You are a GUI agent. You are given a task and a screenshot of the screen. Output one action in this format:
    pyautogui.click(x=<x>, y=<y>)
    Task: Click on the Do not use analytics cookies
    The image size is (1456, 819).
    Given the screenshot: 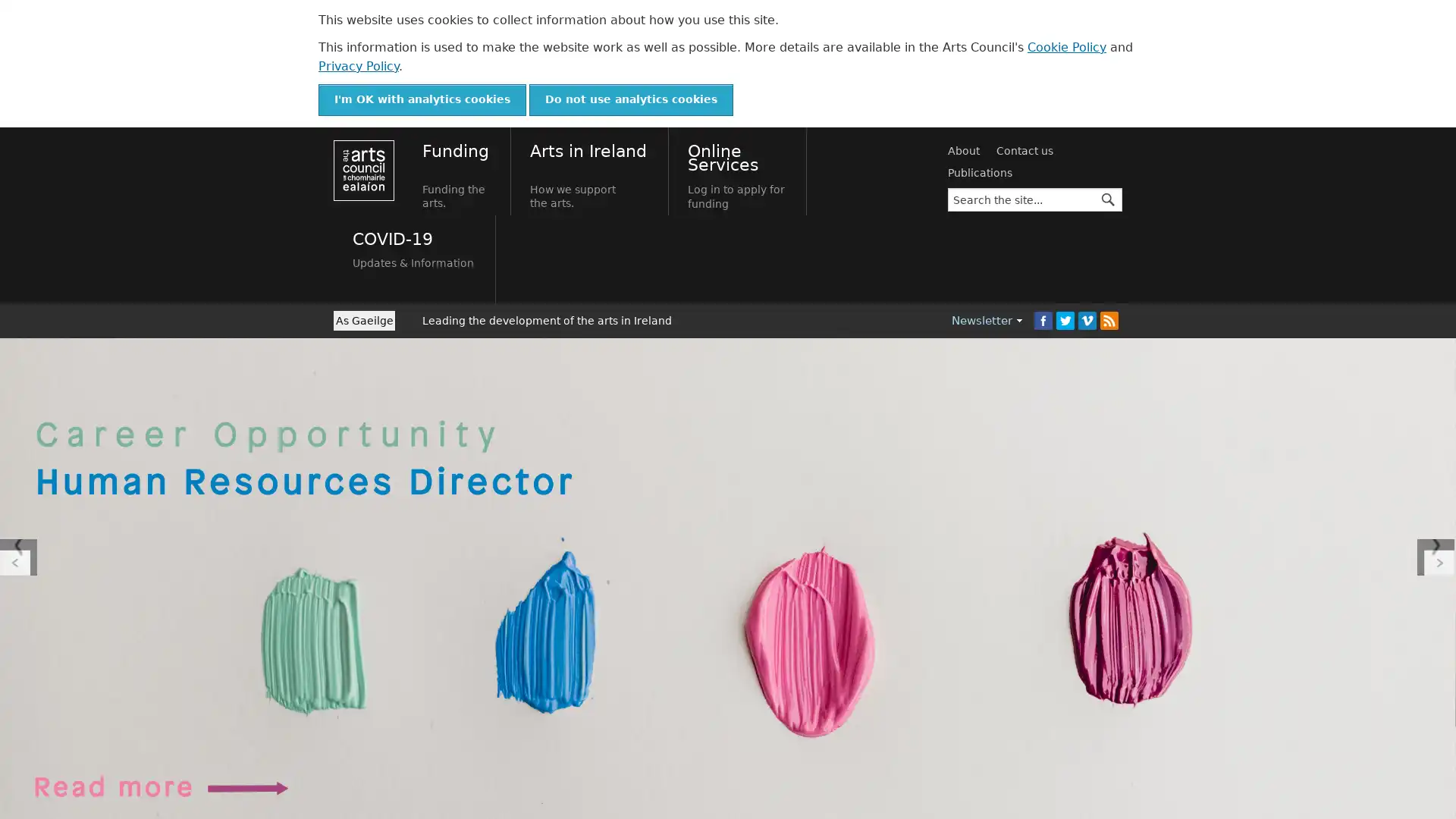 What is the action you would take?
    pyautogui.click(x=631, y=99)
    